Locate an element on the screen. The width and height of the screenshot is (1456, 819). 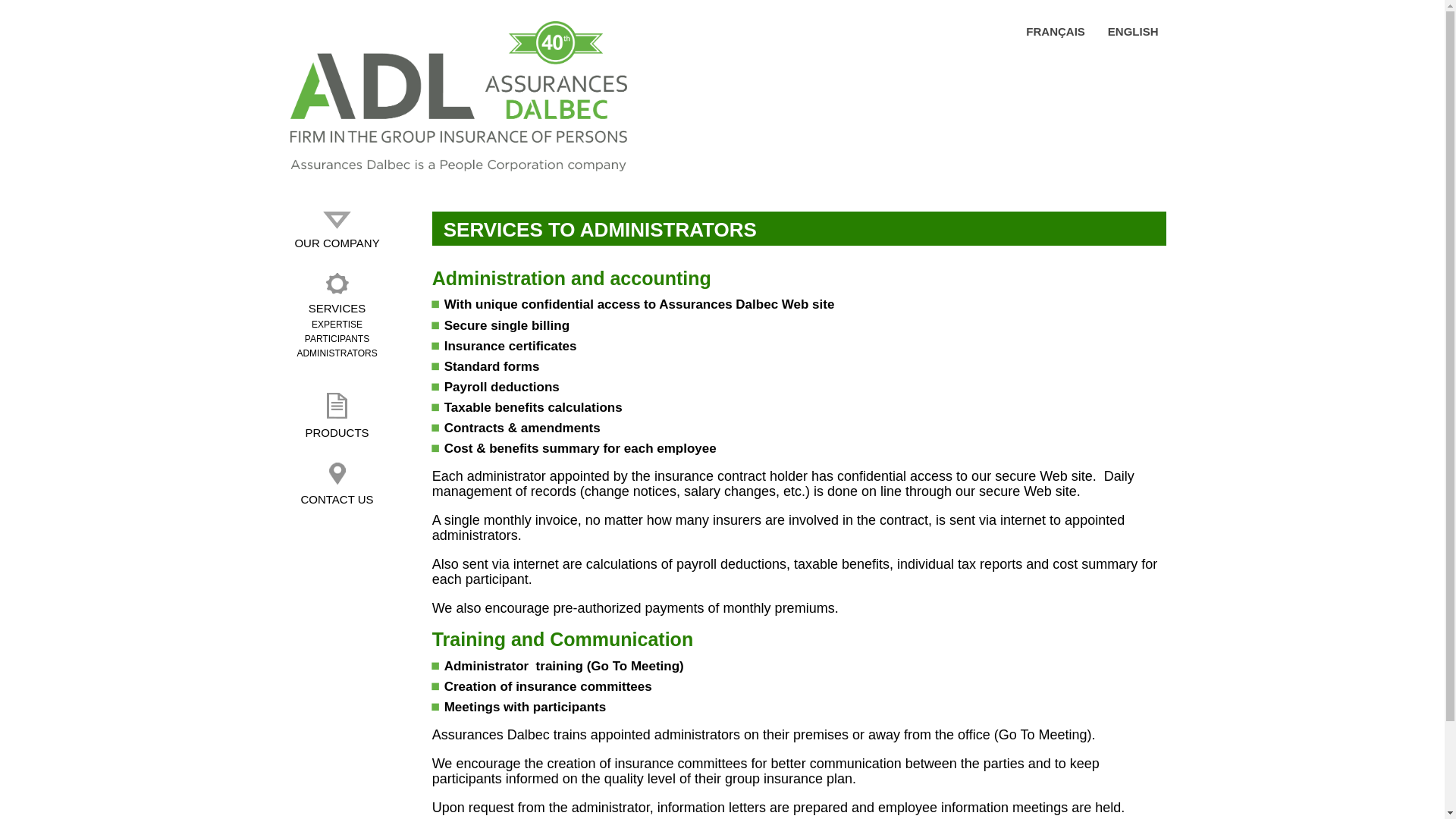
'ADMINISTRATORS' is located at coordinates (337, 353).